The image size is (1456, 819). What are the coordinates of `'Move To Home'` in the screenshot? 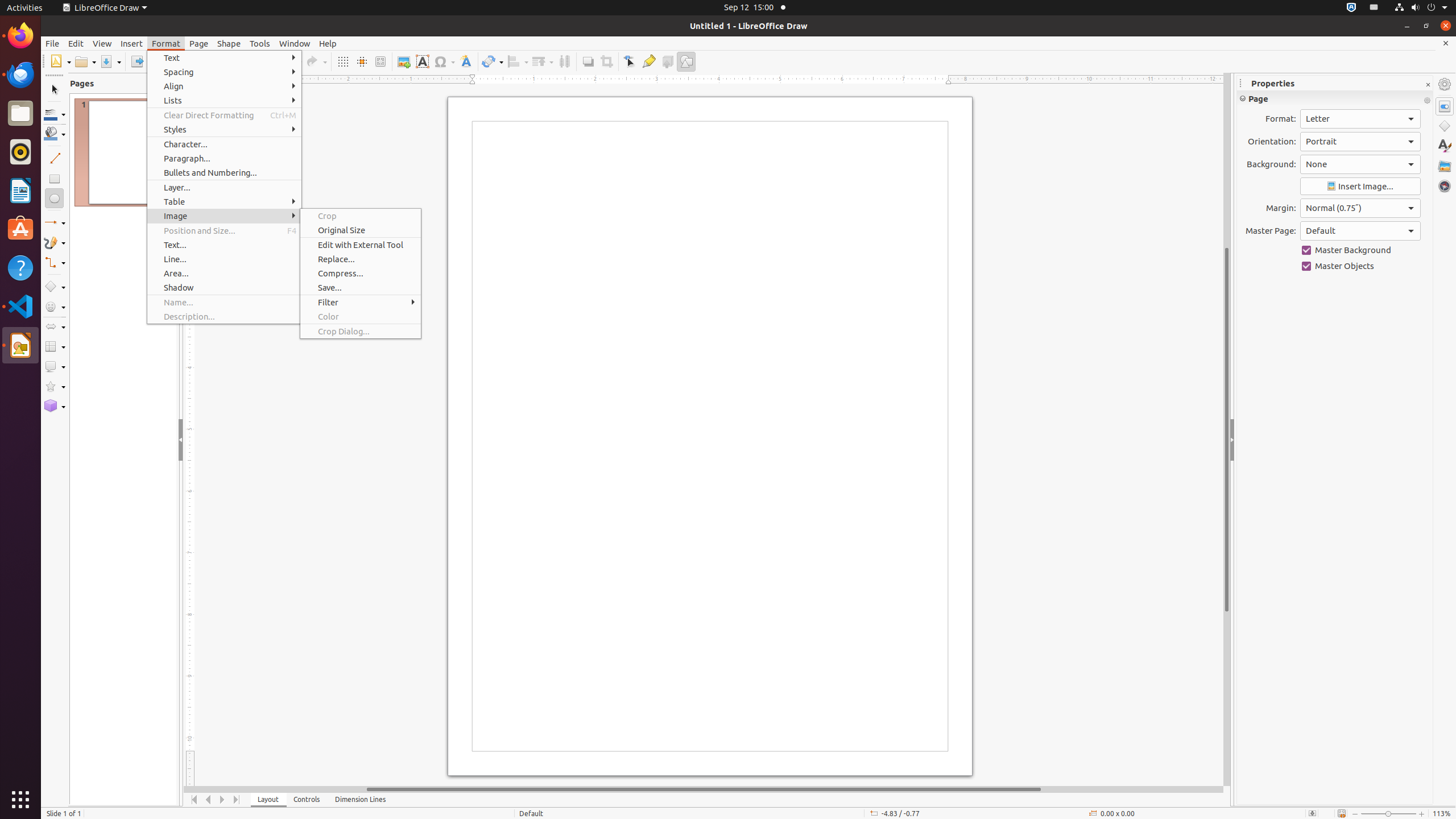 It's located at (194, 799).